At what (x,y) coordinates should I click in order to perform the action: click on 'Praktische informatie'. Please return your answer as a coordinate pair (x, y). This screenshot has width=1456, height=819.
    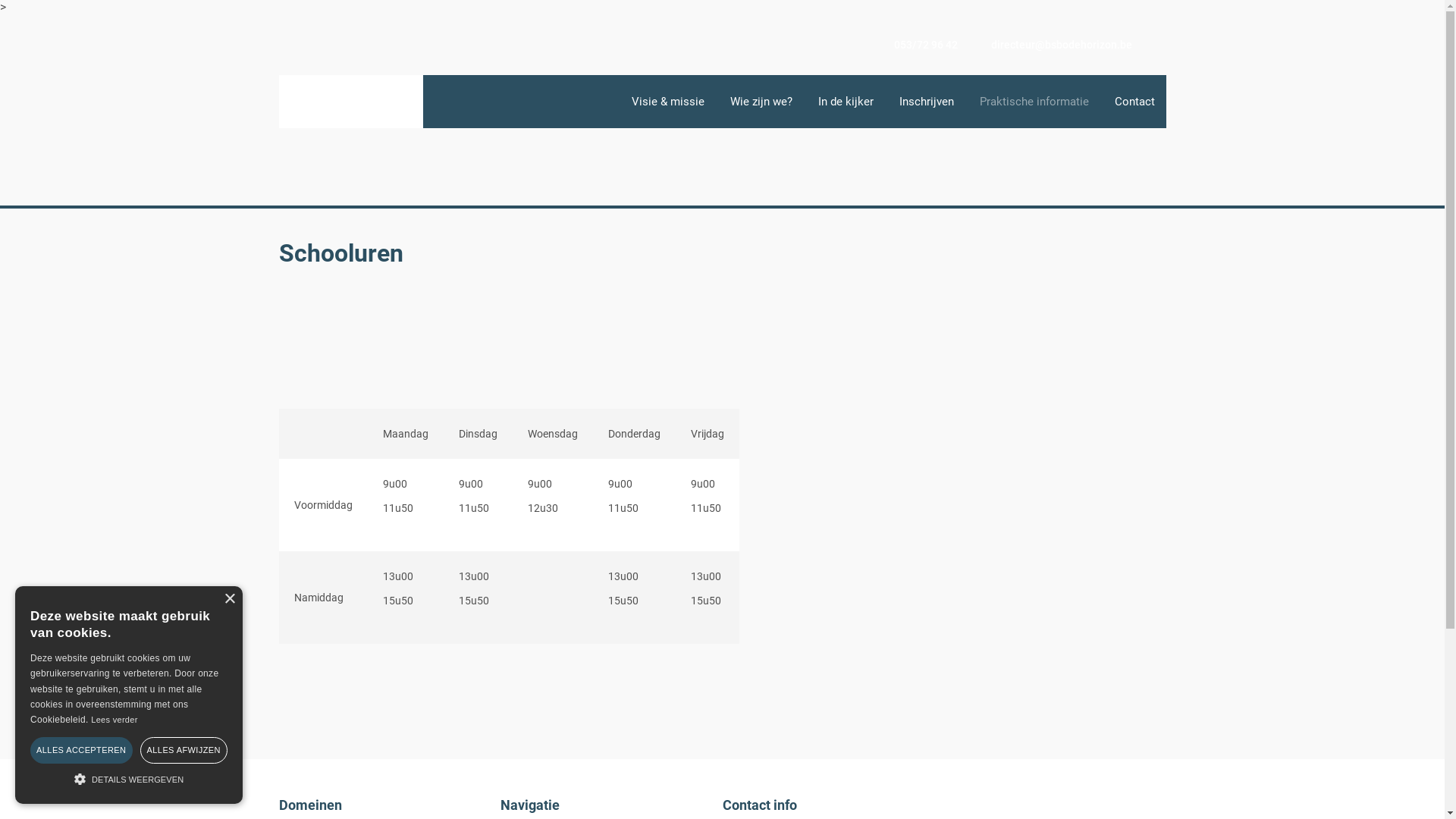
    Looking at the image, I should click on (1033, 102).